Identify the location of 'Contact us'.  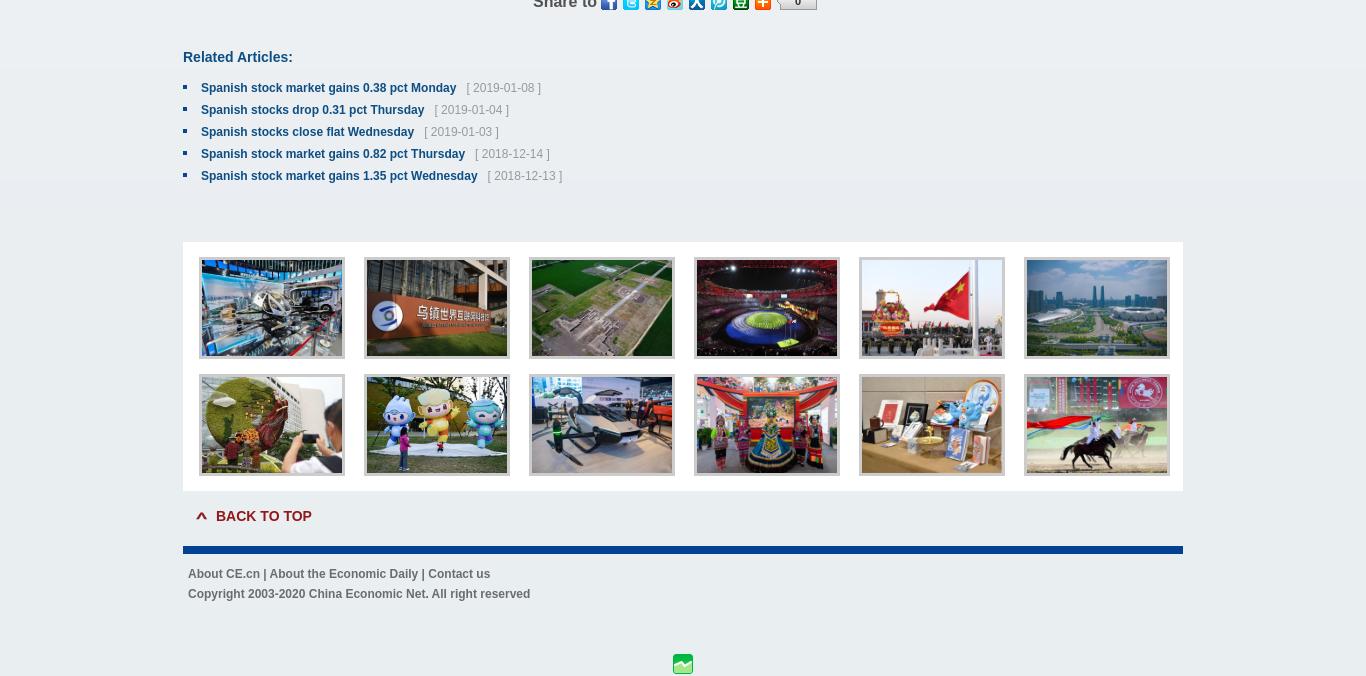
(458, 572).